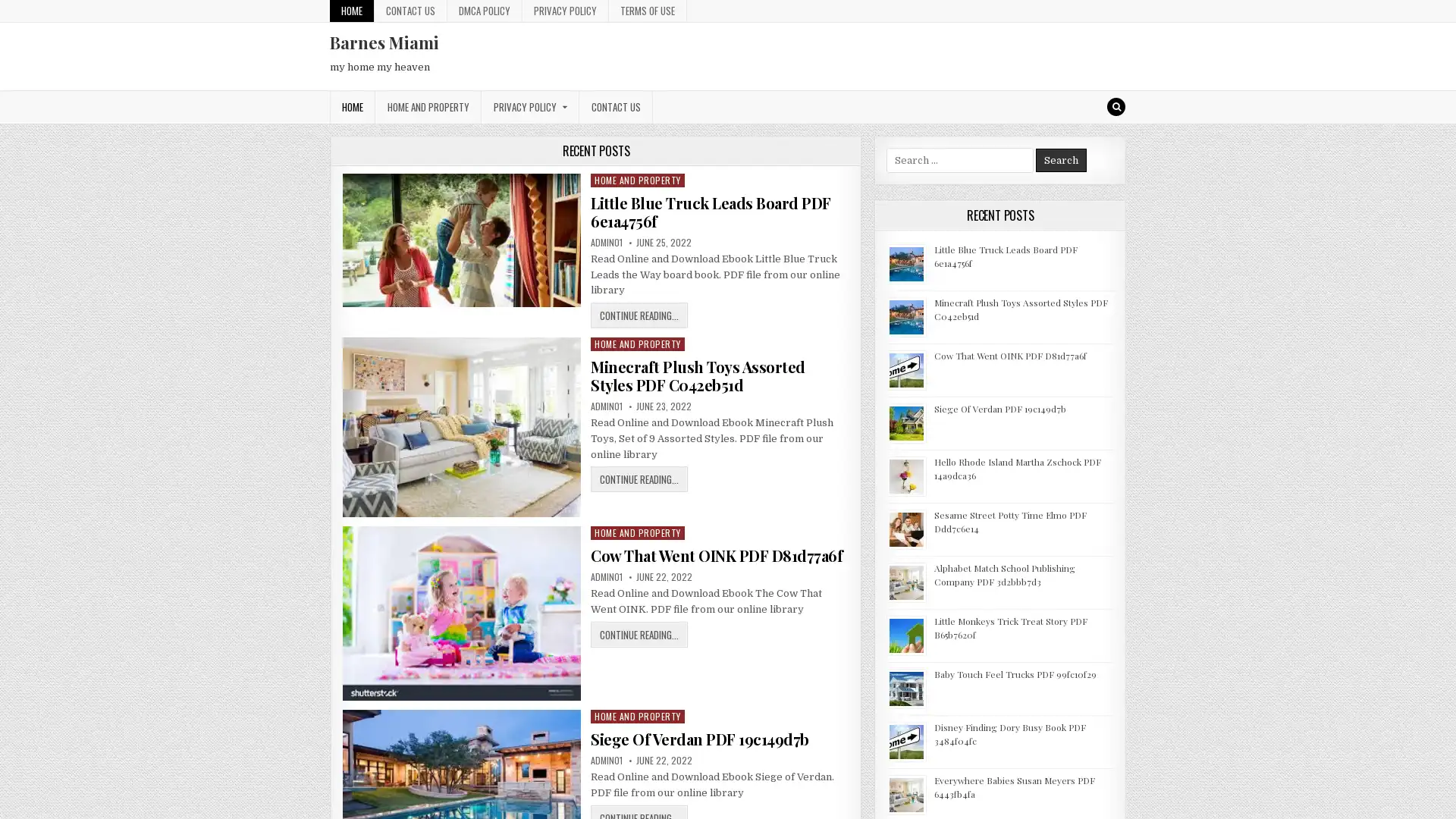  Describe the element at coordinates (1060, 160) in the screenshot. I see `Search` at that location.